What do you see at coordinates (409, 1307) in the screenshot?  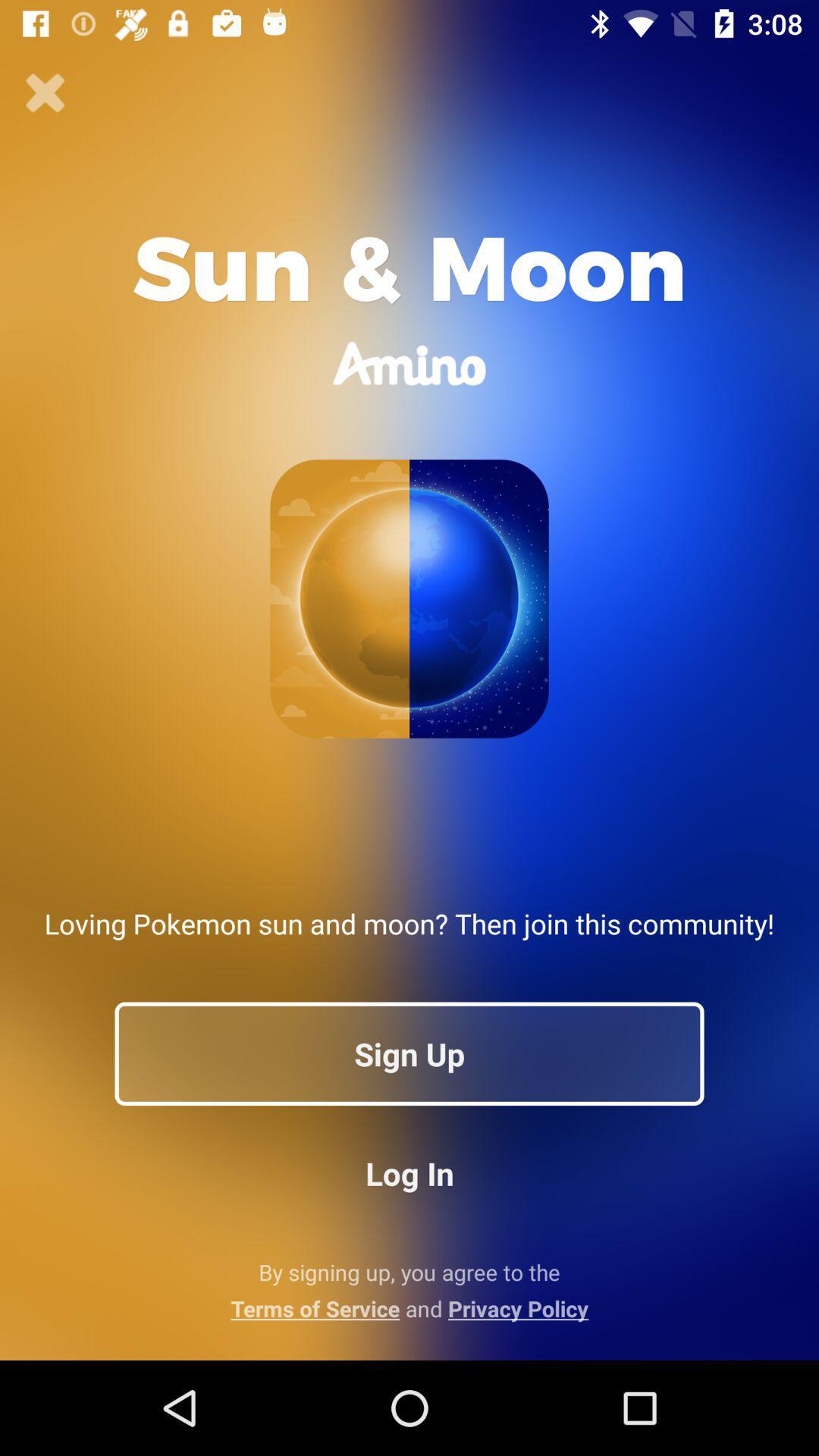 I see `the app below the by signing up icon` at bounding box center [409, 1307].